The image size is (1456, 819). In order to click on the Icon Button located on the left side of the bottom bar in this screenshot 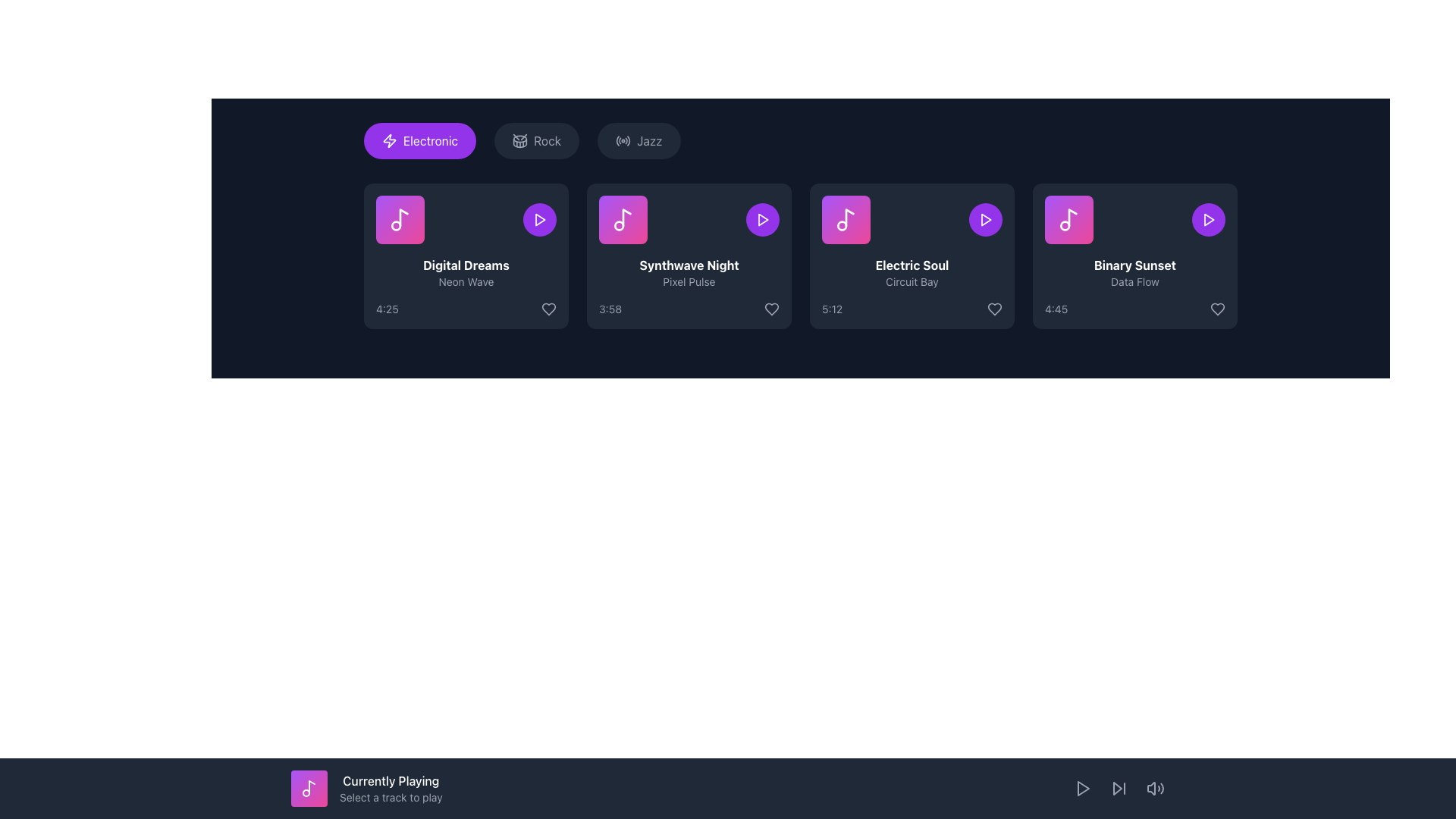, I will do `click(309, 788)`.